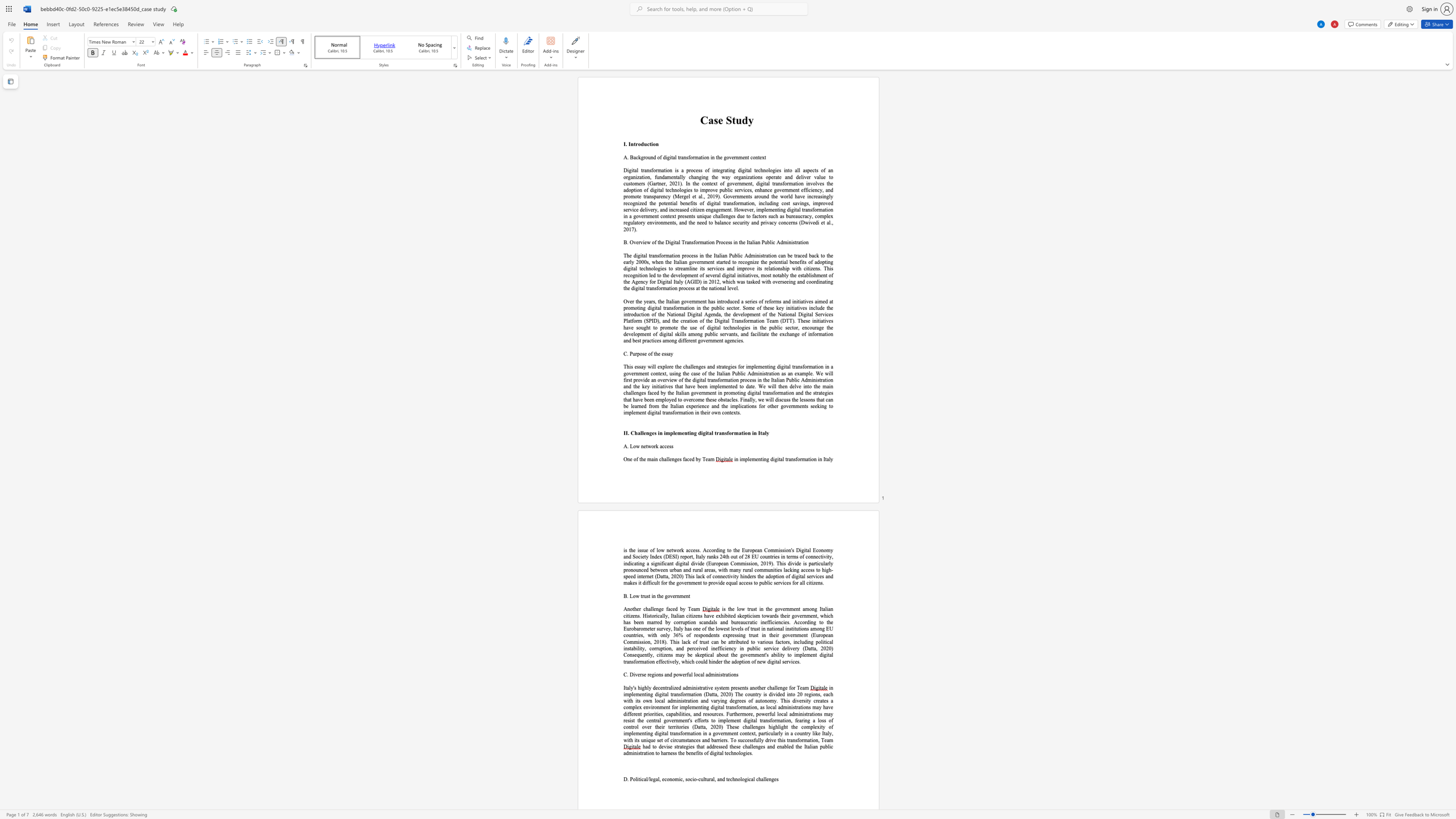 The height and width of the screenshot is (819, 1456). Describe the element at coordinates (682, 609) in the screenshot. I see `the subset text "y Team" within the text "Another challenge faced by Team"` at that location.